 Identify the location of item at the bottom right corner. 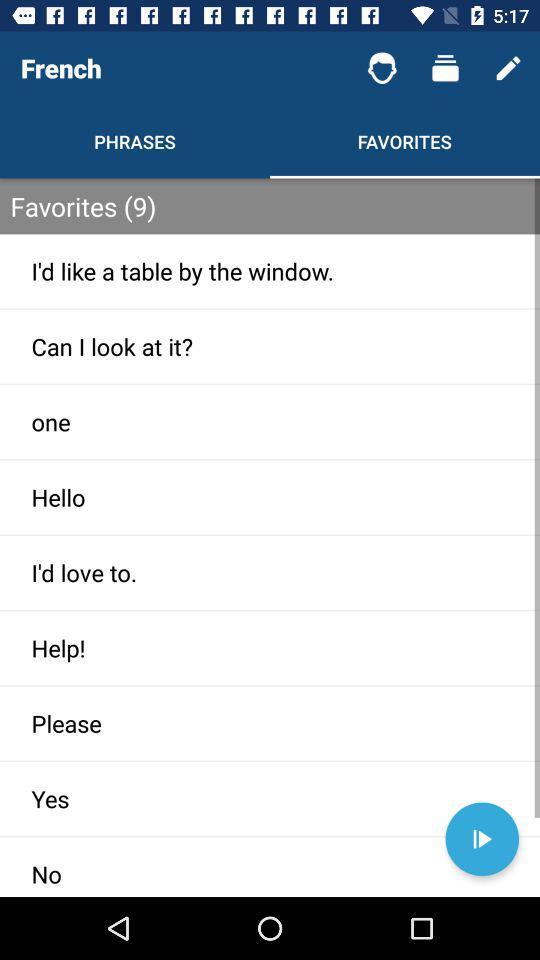
(481, 839).